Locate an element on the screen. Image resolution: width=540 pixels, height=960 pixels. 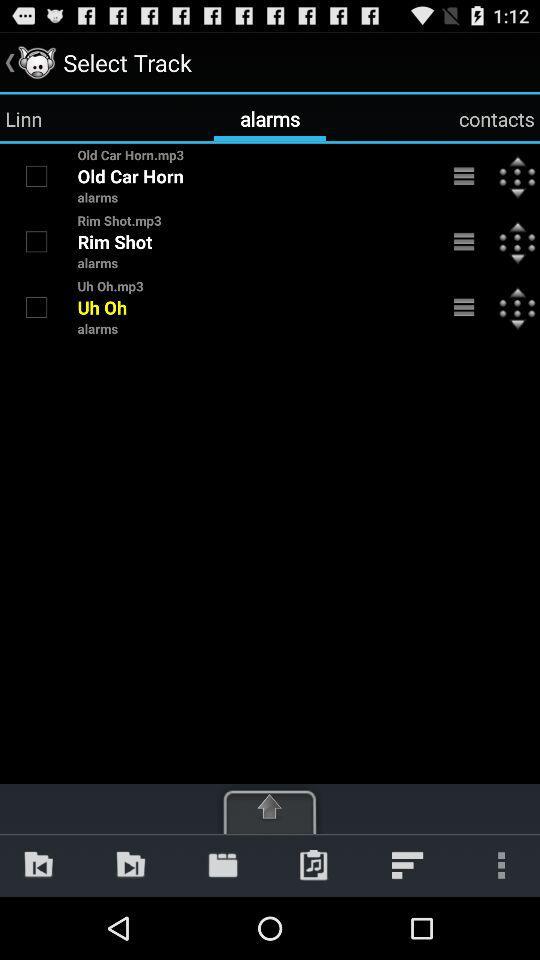
the empty box left to the old car horn is located at coordinates (36, 174).